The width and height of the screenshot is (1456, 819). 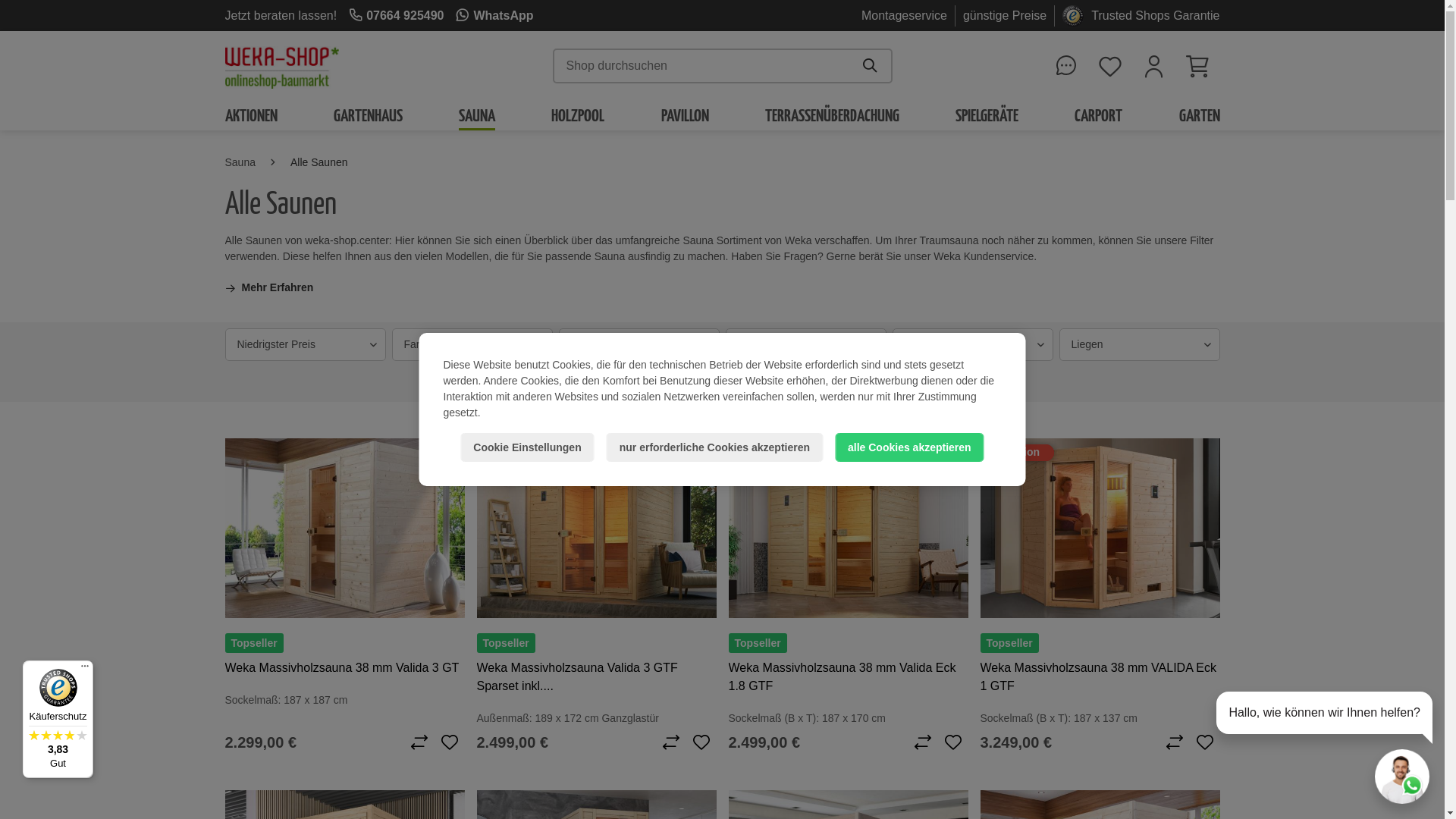 What do you see at coordinates (714, 447) in the screenshot?
I see `'nur erforderliche Cookies akzeptieren'` at bounding box center [714, 447].